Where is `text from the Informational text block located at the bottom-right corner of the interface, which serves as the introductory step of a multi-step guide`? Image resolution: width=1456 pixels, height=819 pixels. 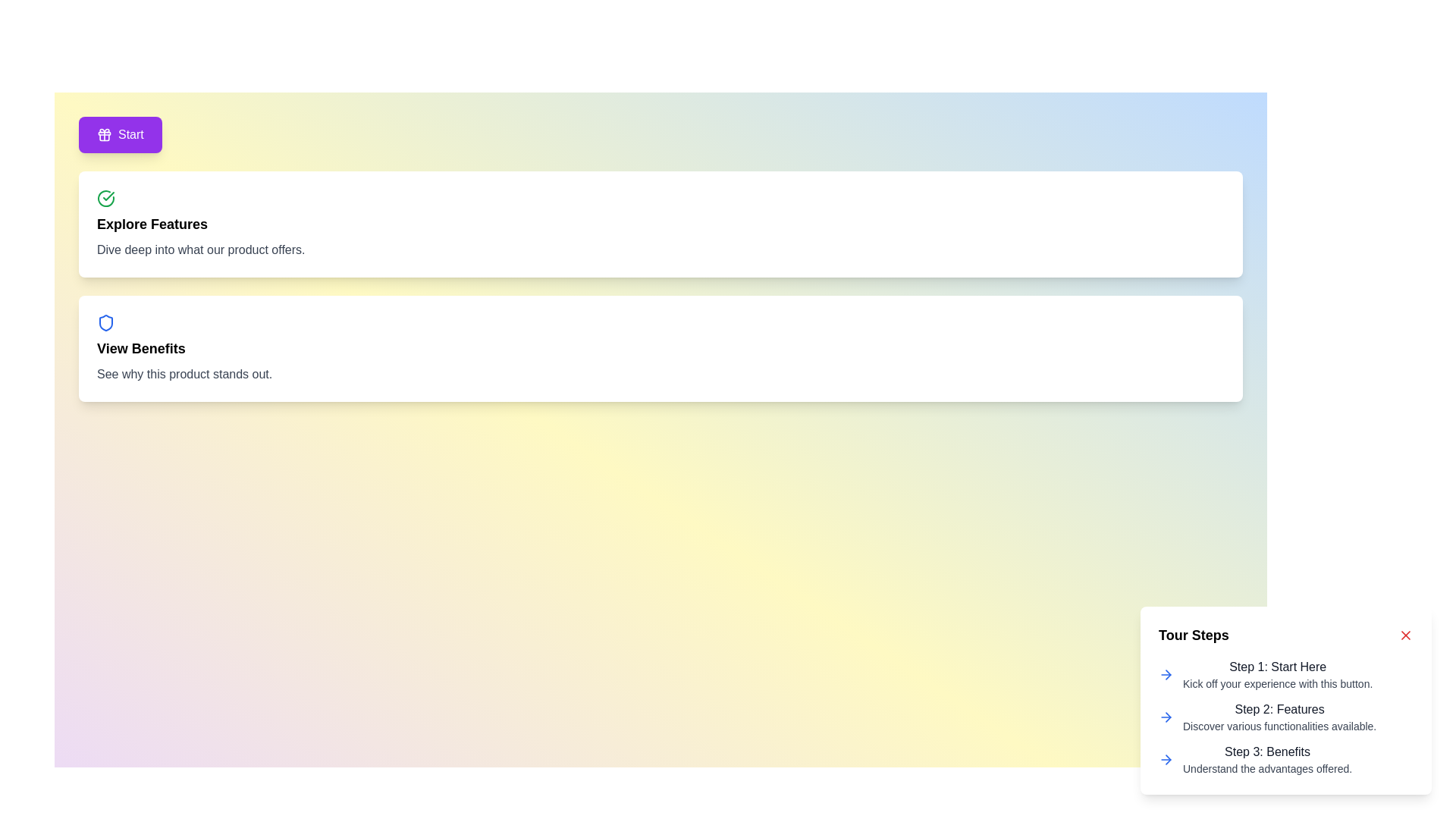 text from the Informational text block located at the bottom-right corner of the interface, which serves as the introductory step of a multi-step guide is located at coordinates (1277, 674).